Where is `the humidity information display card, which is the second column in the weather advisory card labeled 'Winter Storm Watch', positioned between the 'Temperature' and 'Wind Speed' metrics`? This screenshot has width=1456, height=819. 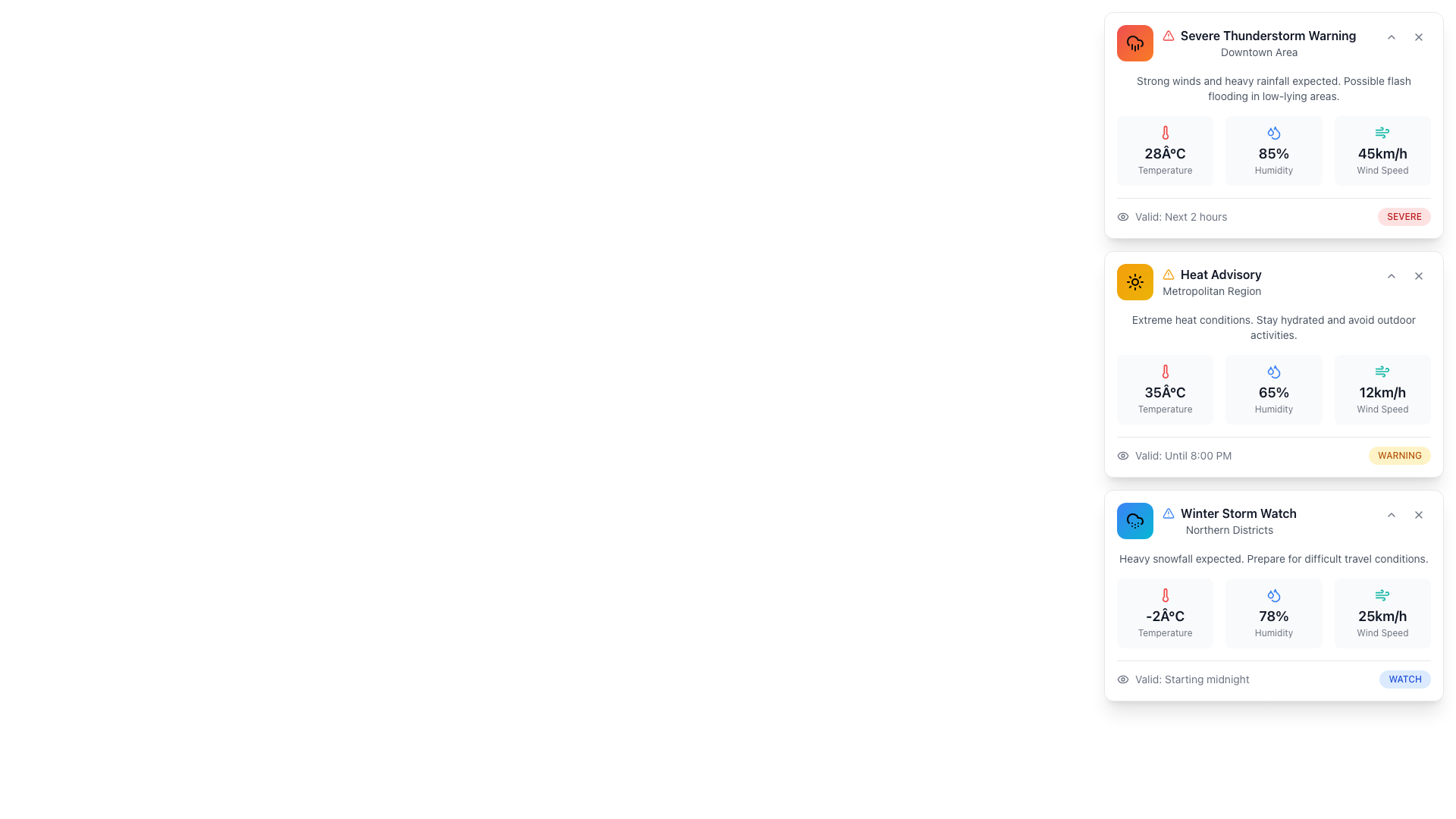 the humidity information display card, which is the second column in the weather advisory card labeled 'Winter Storm Watch', positioned between the 'Temperature' and 'Wind Speed' metrics is located at coordinates (1274, 620).